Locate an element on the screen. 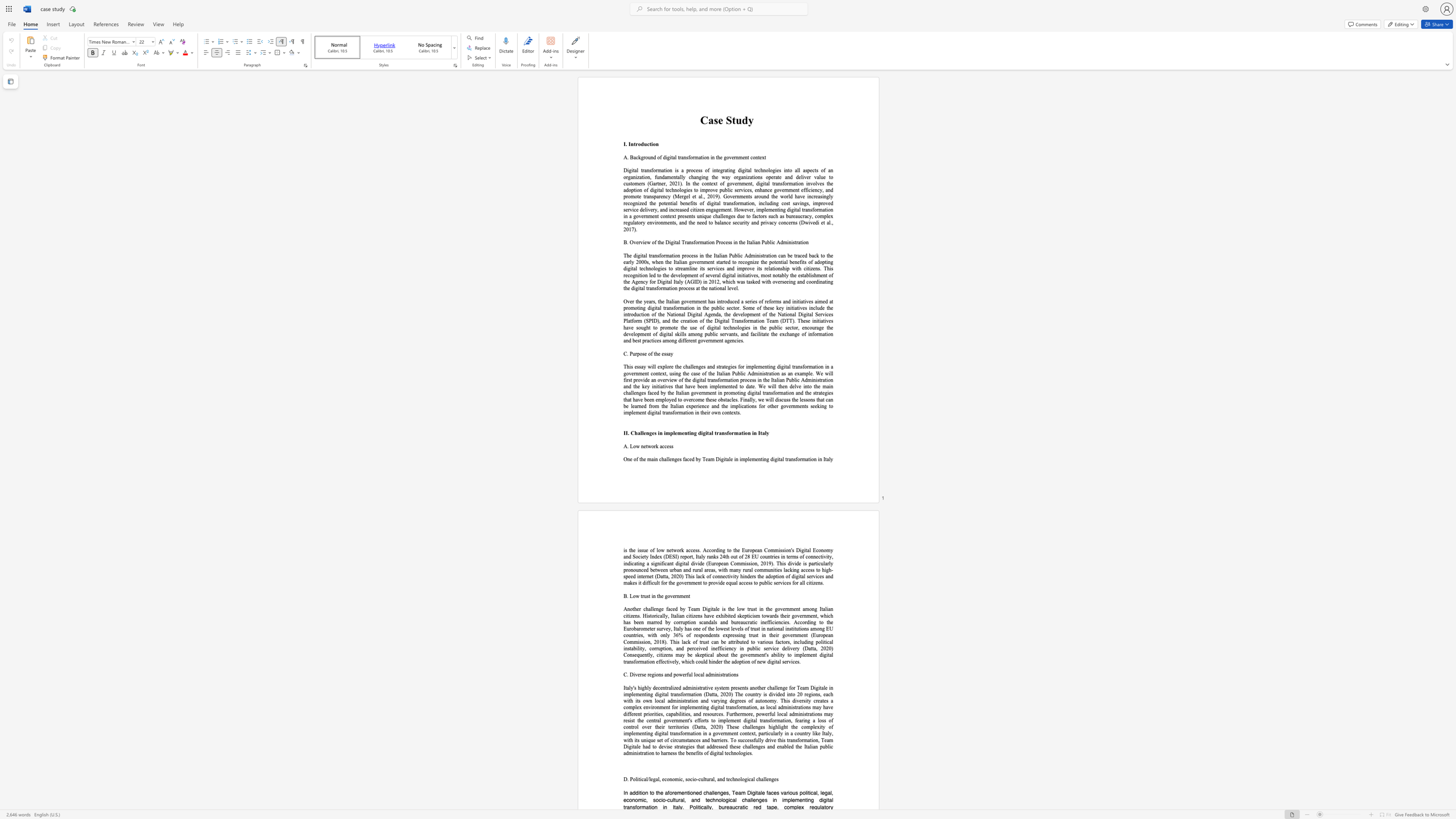 The height and width of the screenshot is (819, 1456). the subset text "ormation process in the Italian Public Administration and the key initiatives that have been implemented to date. We will then delve into the main challenges faced by the Italian government in promoting digital trans" within the text "This essay will explore the challenges and strategies for implementing digital transformation in a government context, using the case of the Italian Public Administration as an example. We will first provide an overview of the digital transformation process in the Italian Public Administration and the key initiatives that have been implemented to date. We will then delve into the main challenges faced by the Italian government in promoting digital transformation and the strategies that have been employed to" is located at coordinates (719, 380).